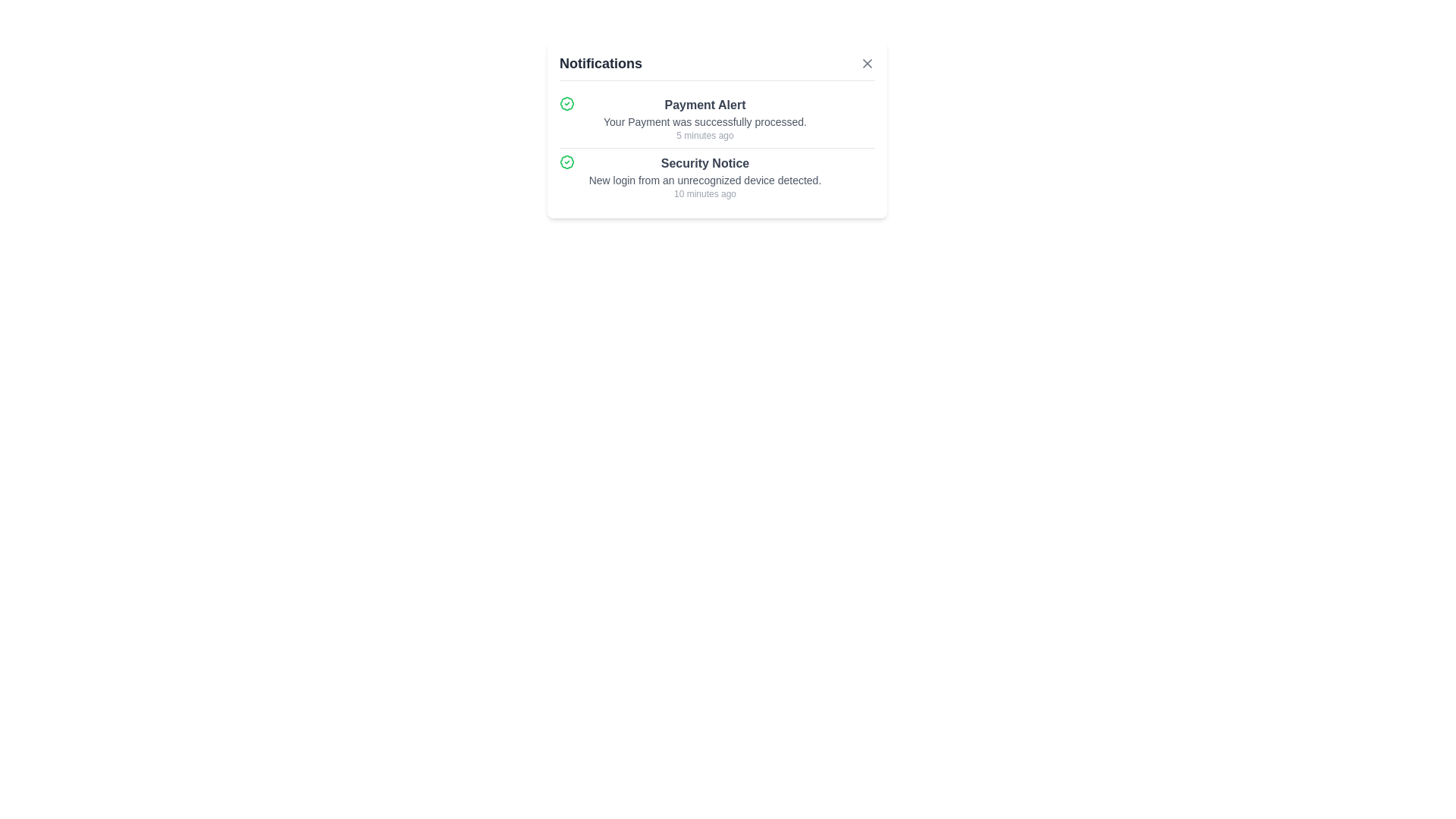 This screenshot has width=1456, height=819. I want to click on the close button located in the top-right corner of the 'Notifications' panel, so click(867, 63).